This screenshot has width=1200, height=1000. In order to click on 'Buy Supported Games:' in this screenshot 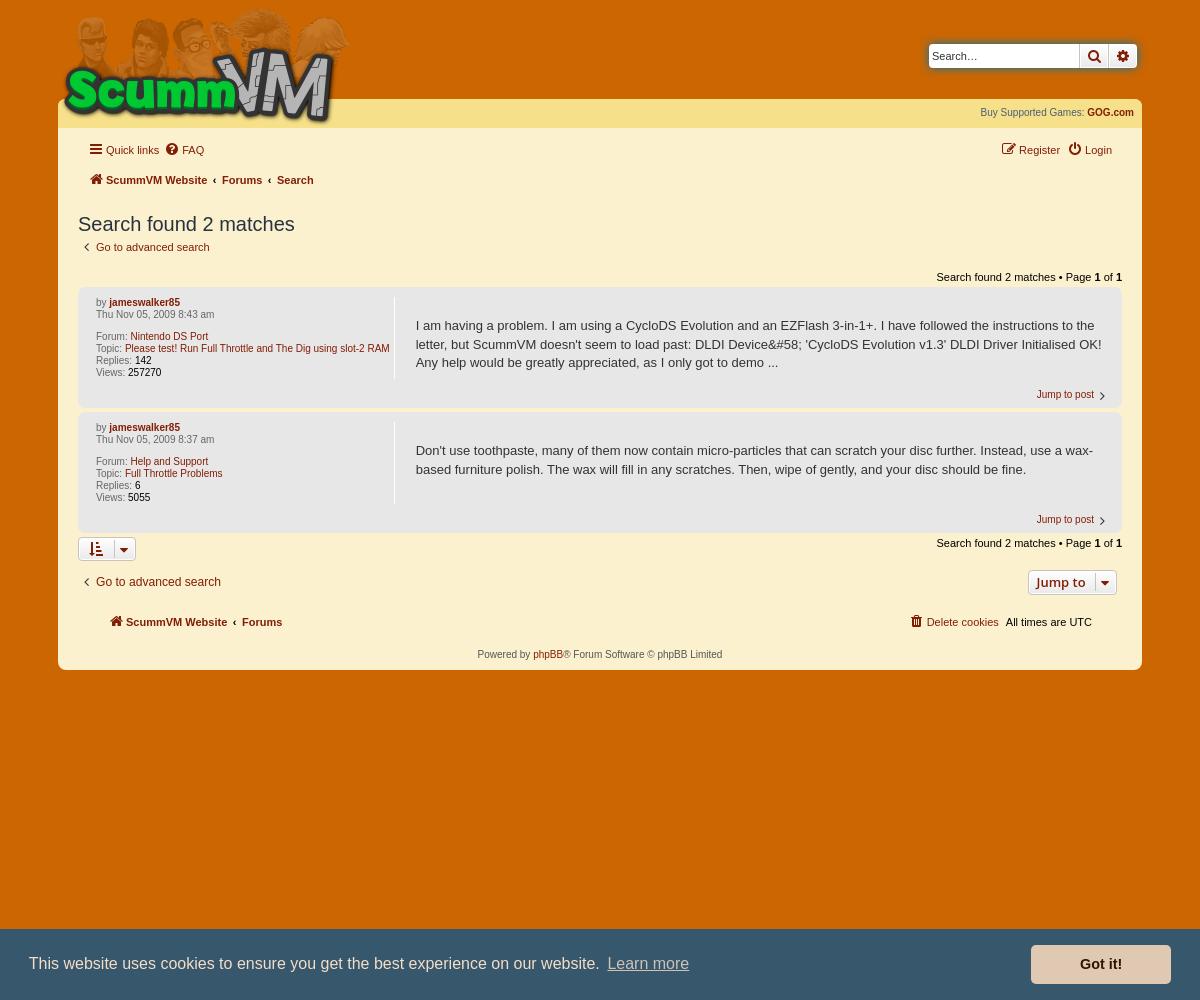, I will do `click(1033, 111)`.